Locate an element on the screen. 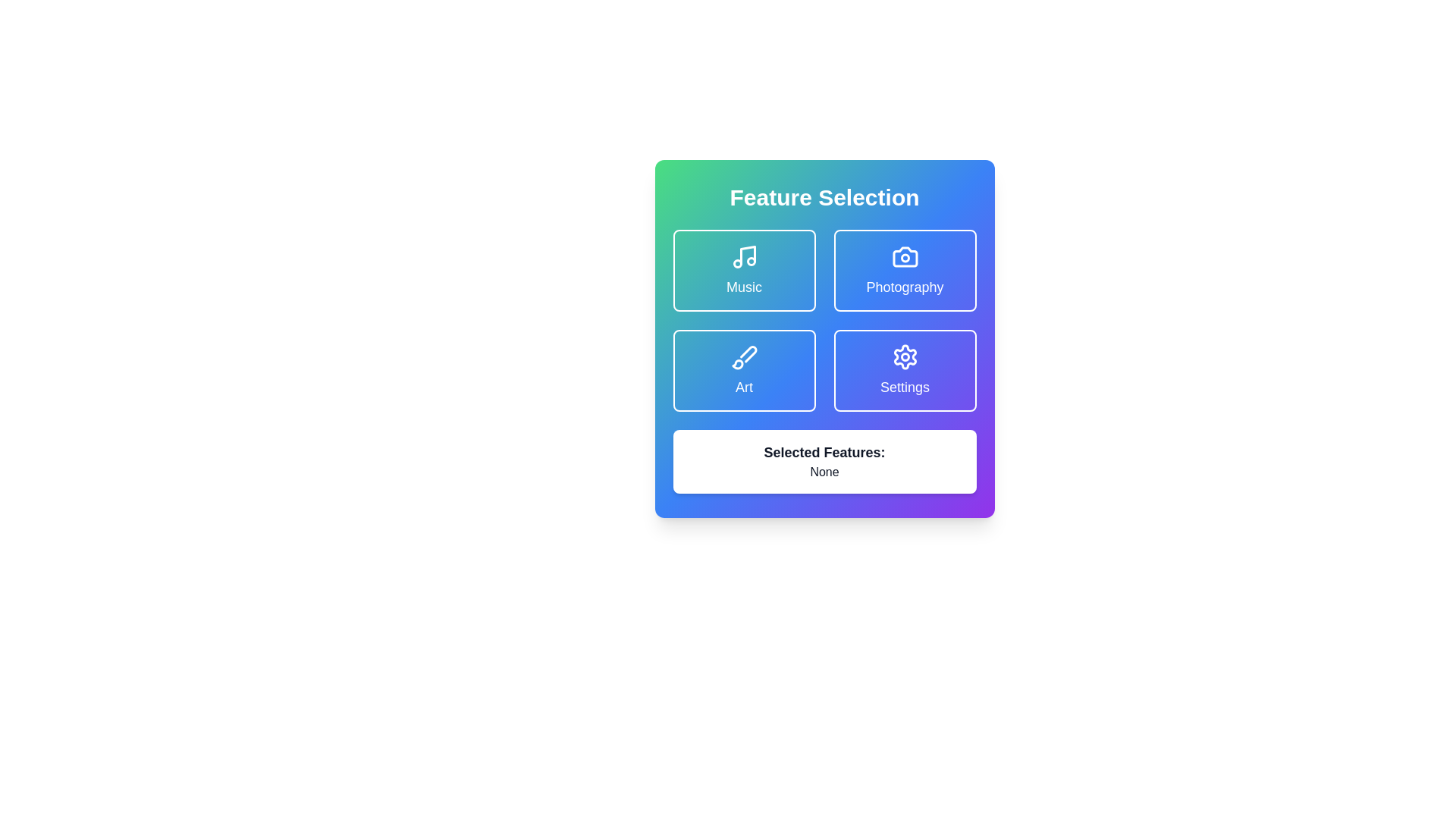 The height and width of the screenshot is (819, 1456). the 'Photography' card in the grid is located at coordinates (905, 270).